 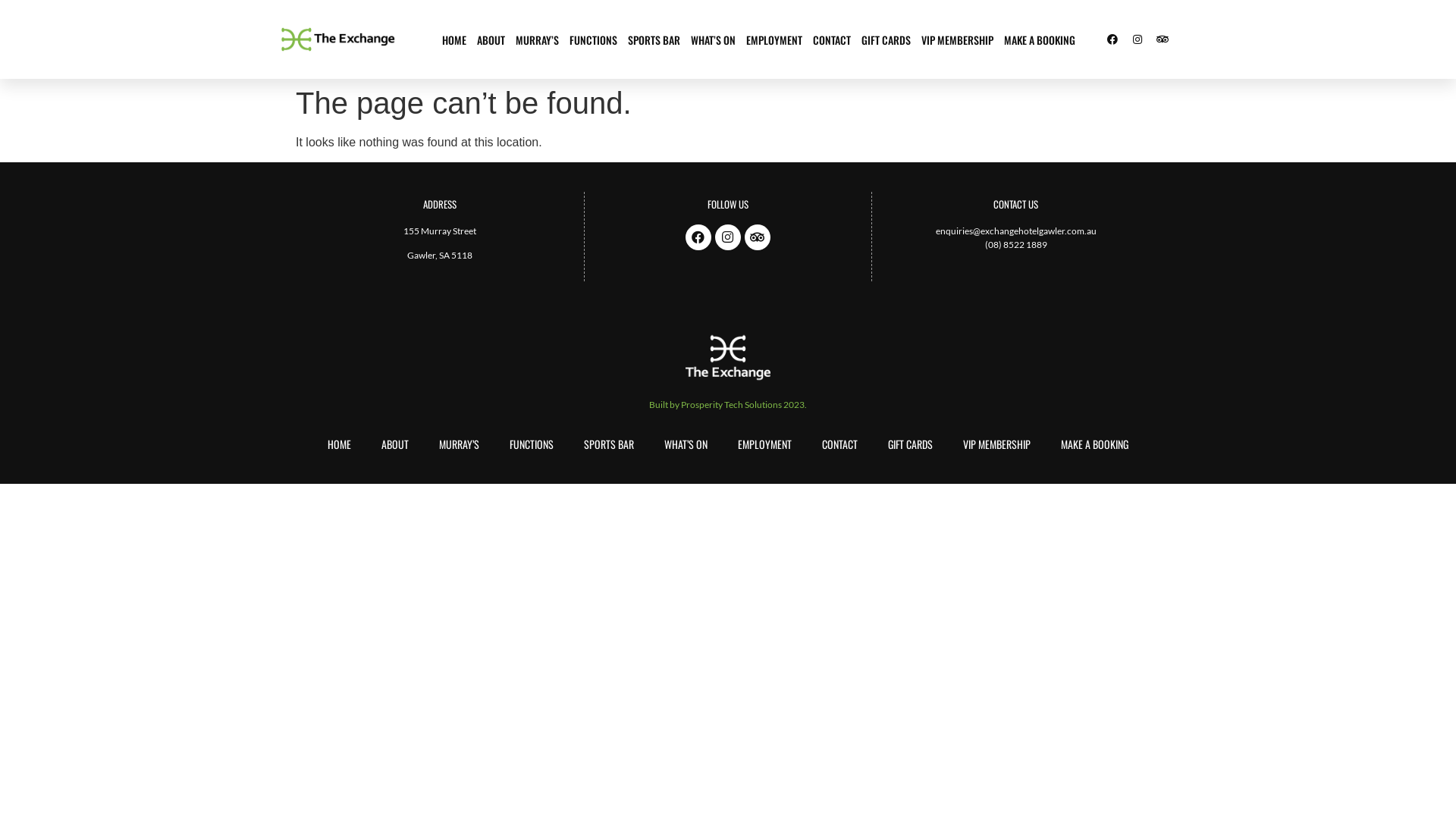 I want to click on '(08) 8522 1889', so click(x=1015, y=243).